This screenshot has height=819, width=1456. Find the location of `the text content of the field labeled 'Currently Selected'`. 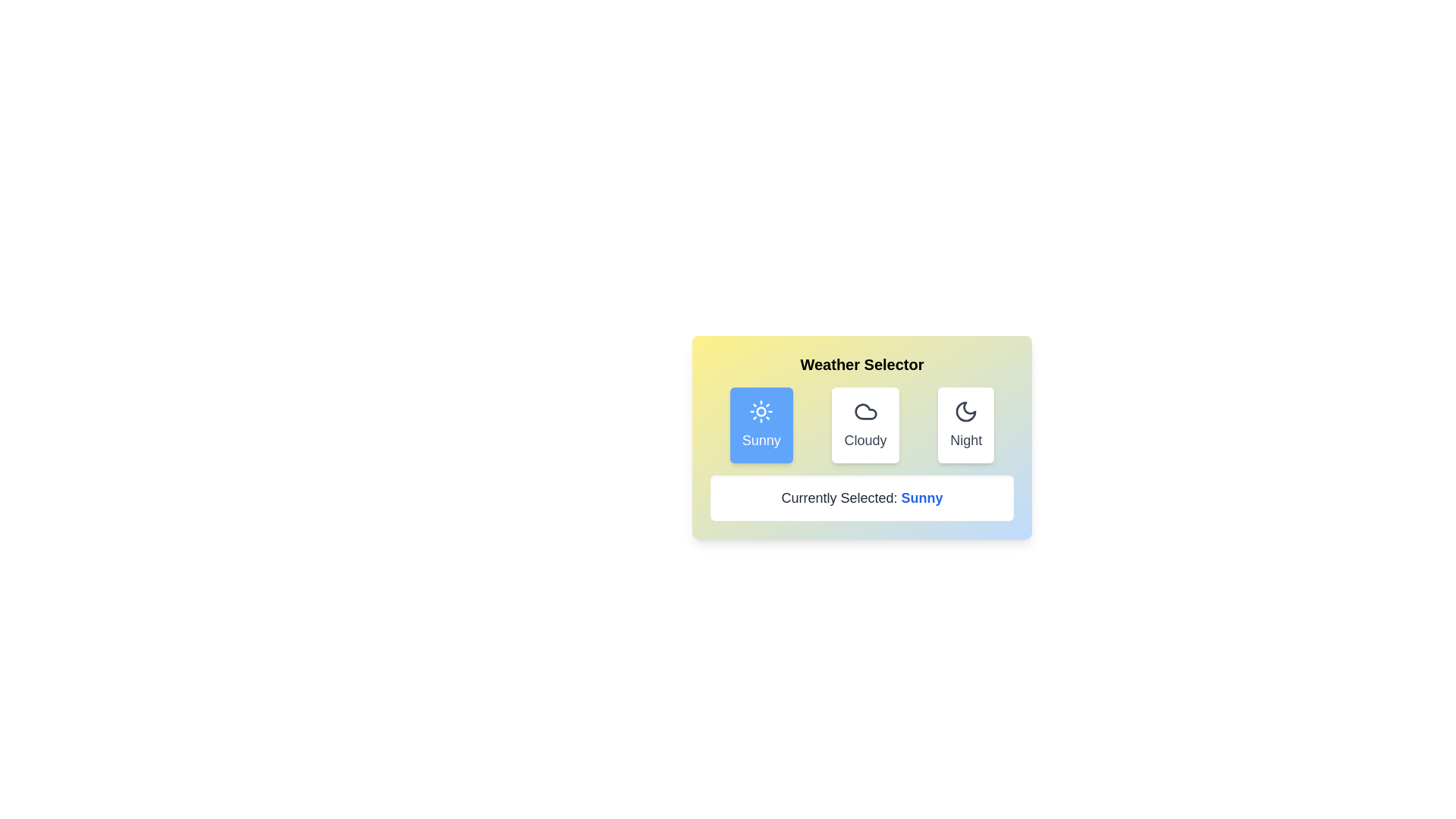

the text content of the field labeled 'Currently Selected' is located at coordinates (862, 497).